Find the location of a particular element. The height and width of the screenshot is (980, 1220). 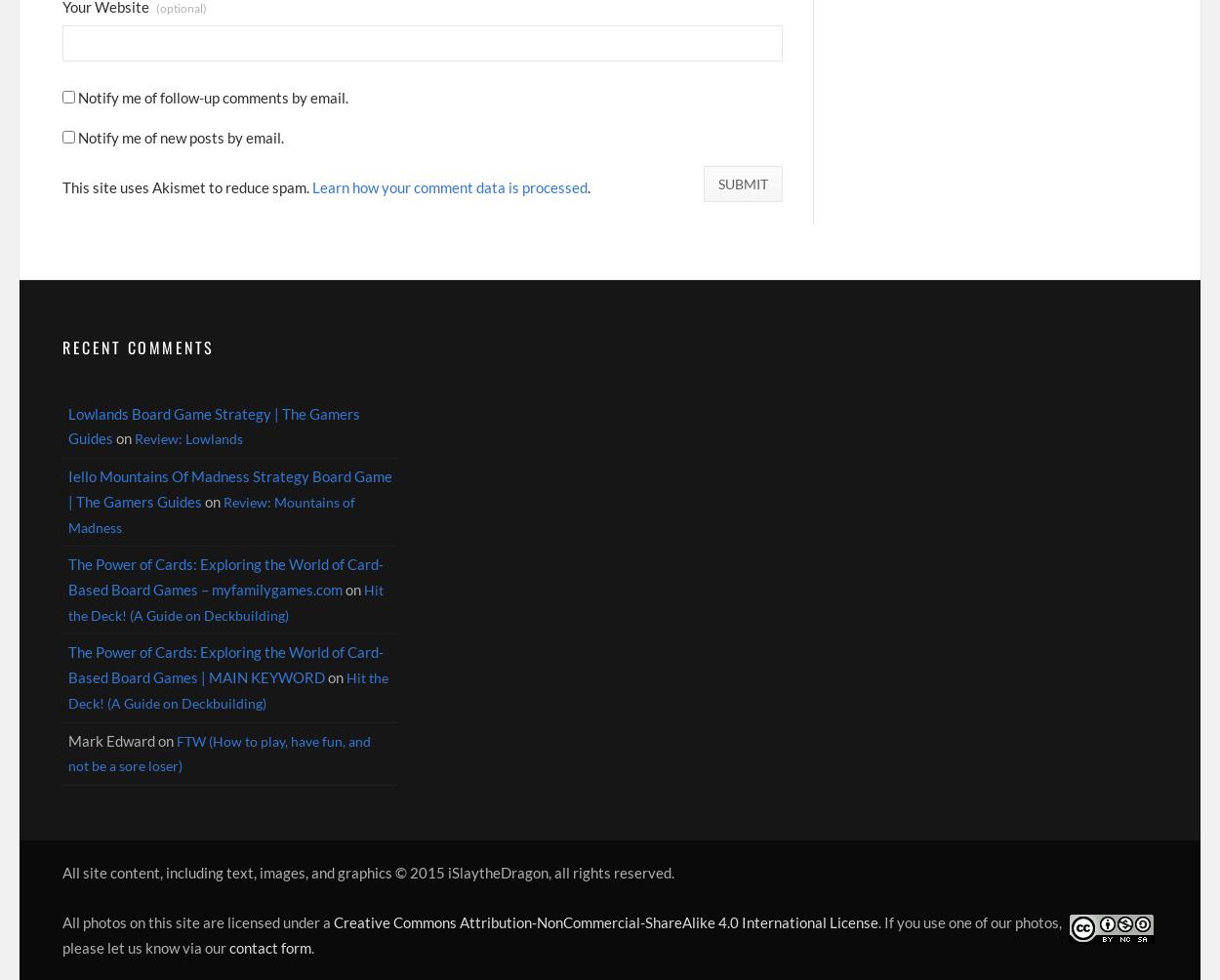

'Review: Lowlands' is located at coordinates (187, 437).